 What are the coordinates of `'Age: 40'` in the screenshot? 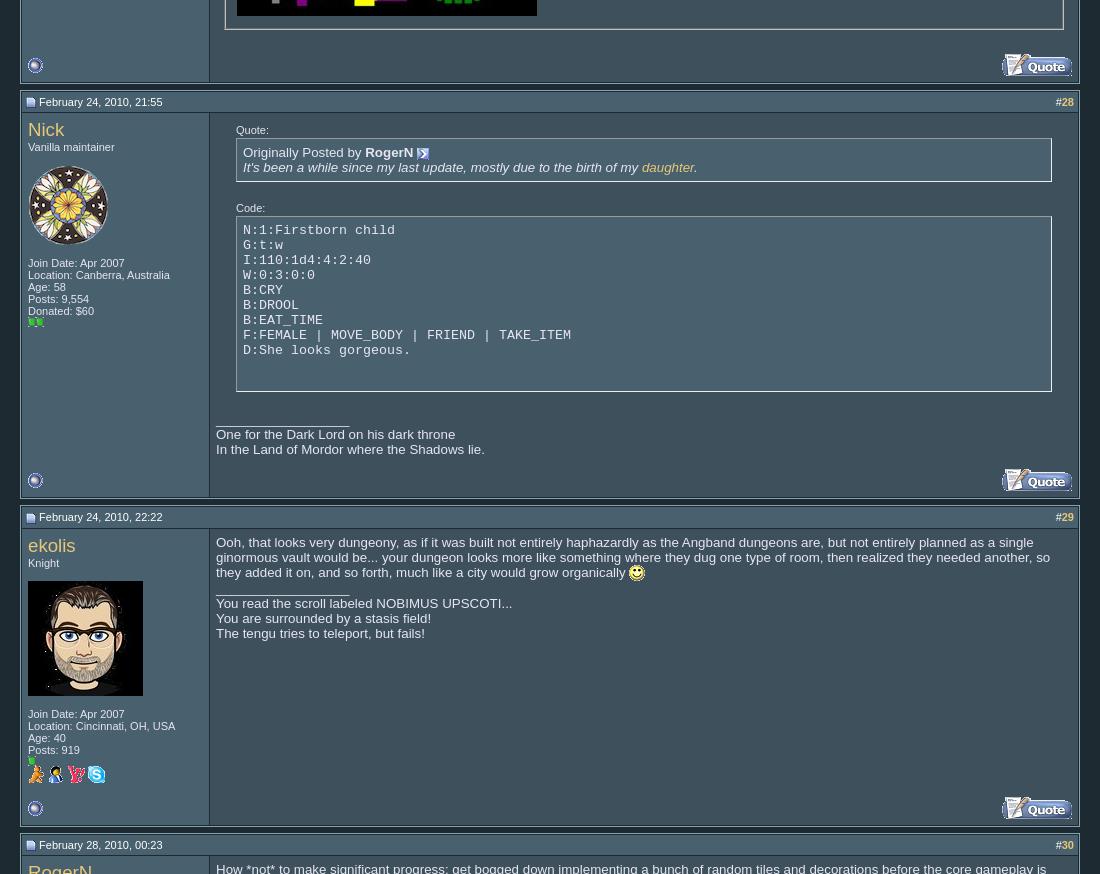 It's located at (27, 735).